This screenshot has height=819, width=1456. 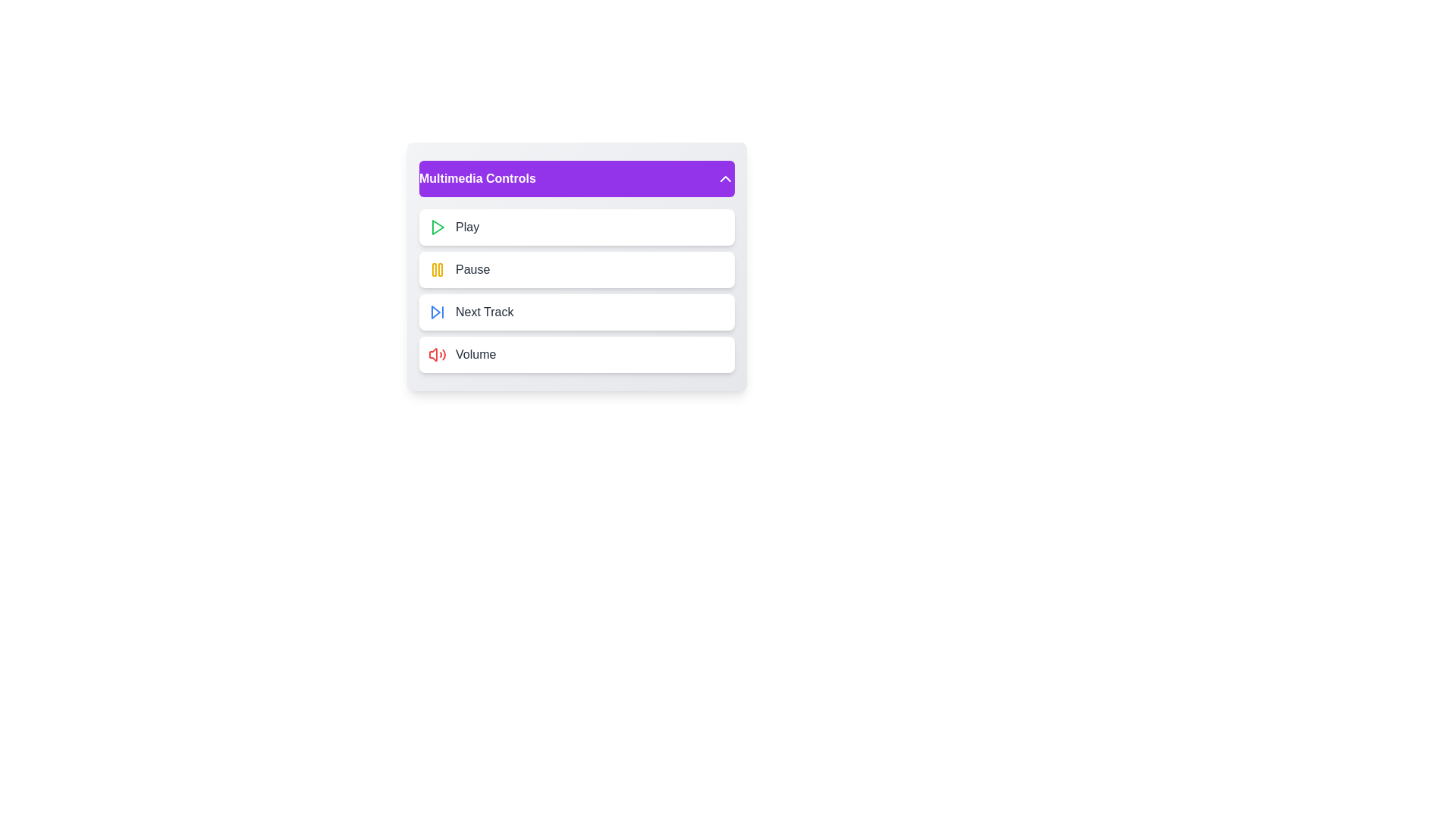 What do you see at coordinates (436, 354) in the screenshot?
I see `the red-colored audio volume icon located at the left end of the row labeled 'Volume' in the multimedia controls section` at bounding box center [436, 354].